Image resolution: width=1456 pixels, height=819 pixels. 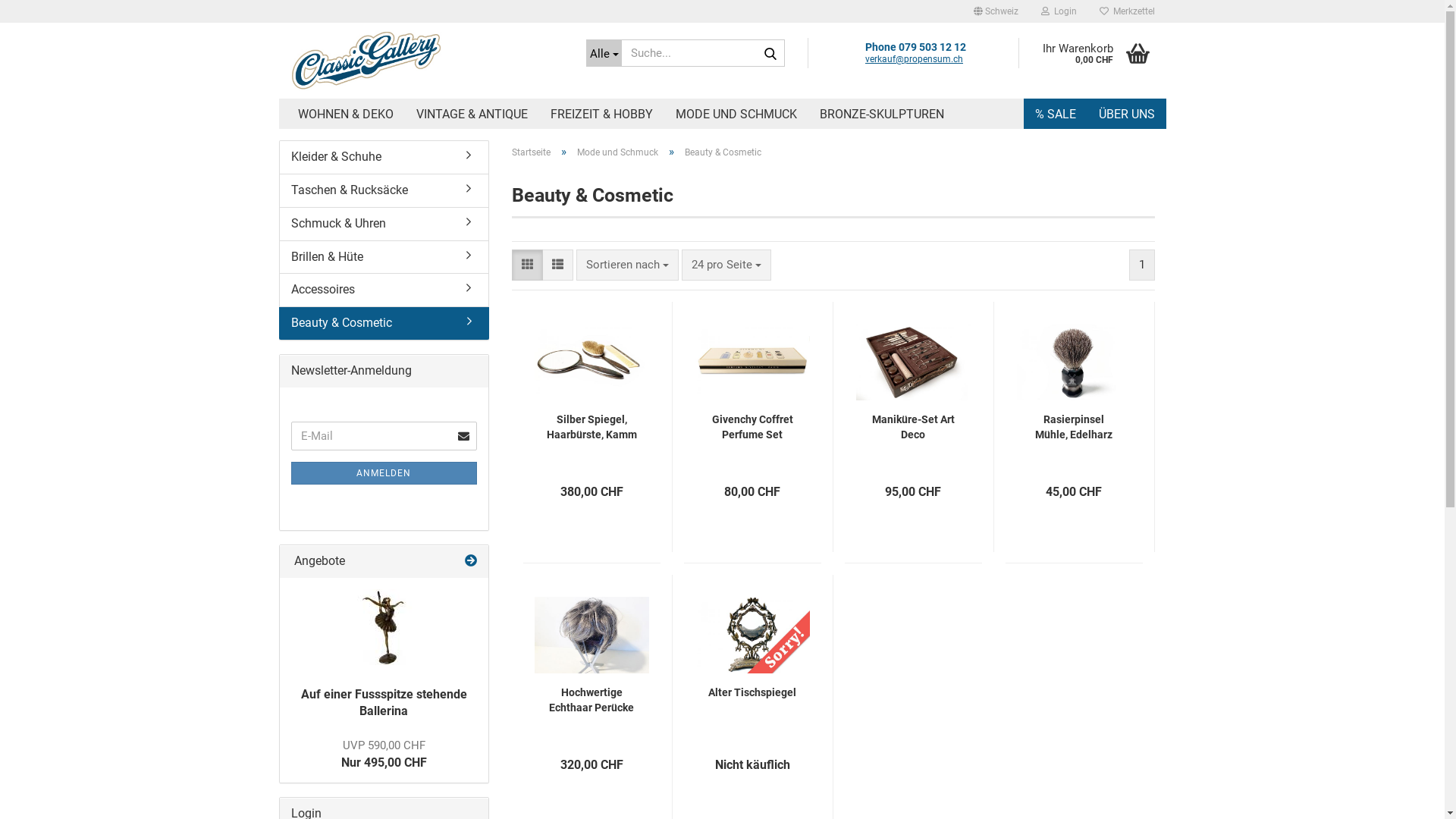 I want to click on 'ANMELDEN', so click(x=291, y=472).